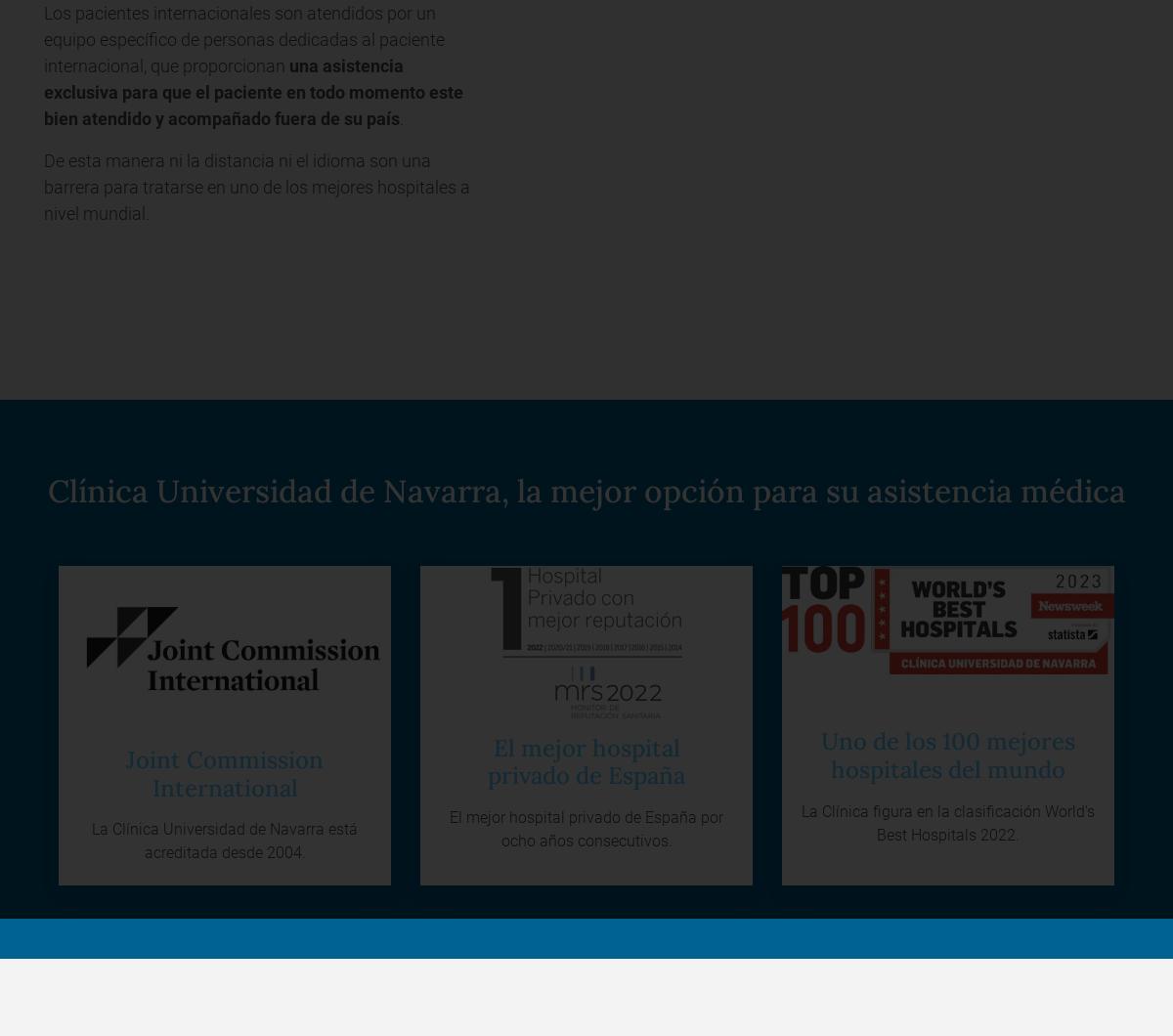  Describe the element at coordinates (242, 39) in the screenshot. I see `'Los pacientes internacionales son atendidos por un equipo específico de personas dedicadas al paciente internacional, que proporcionan'` at that location.